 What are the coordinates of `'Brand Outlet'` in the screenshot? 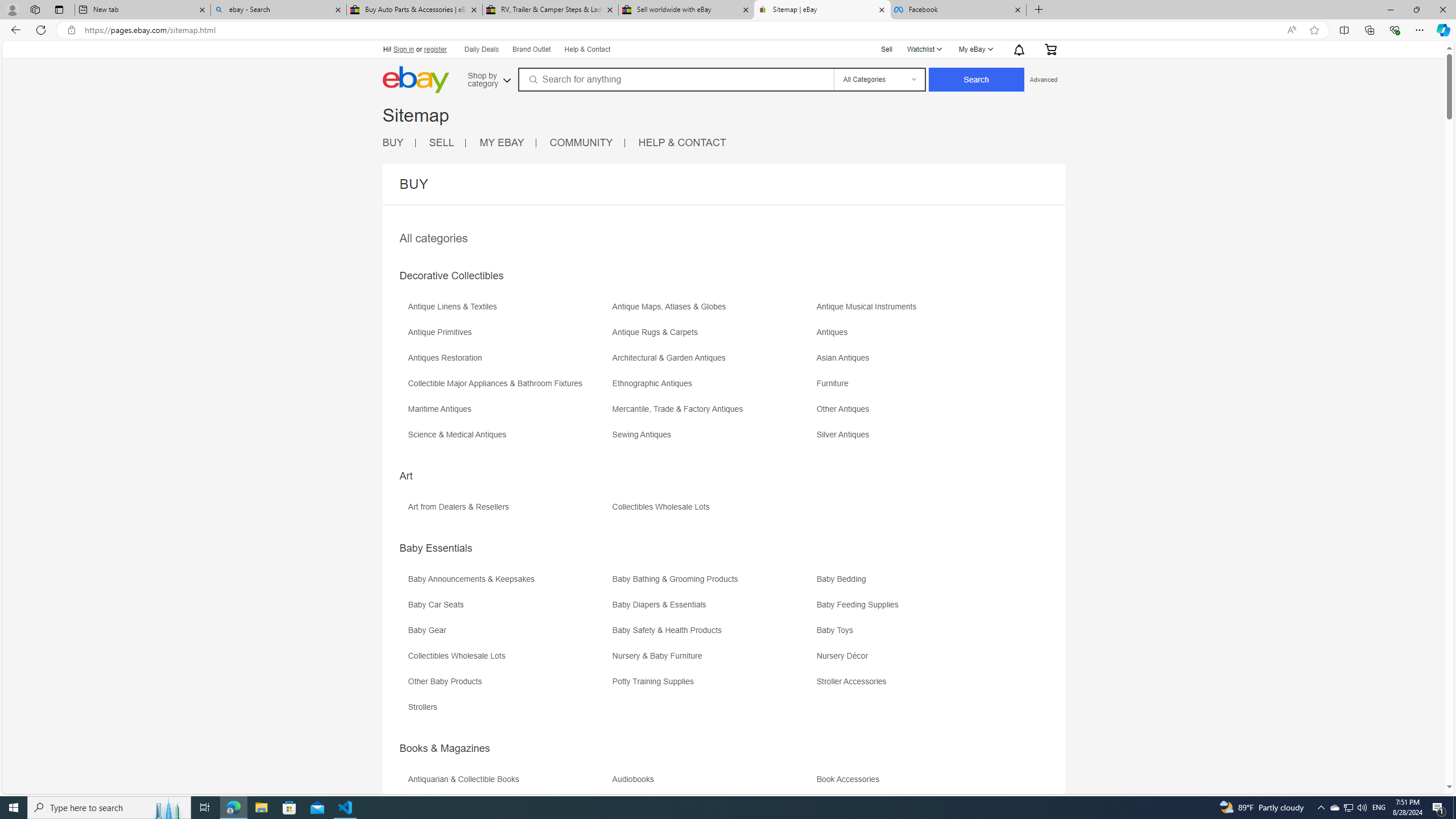 It's located at (531, 49).